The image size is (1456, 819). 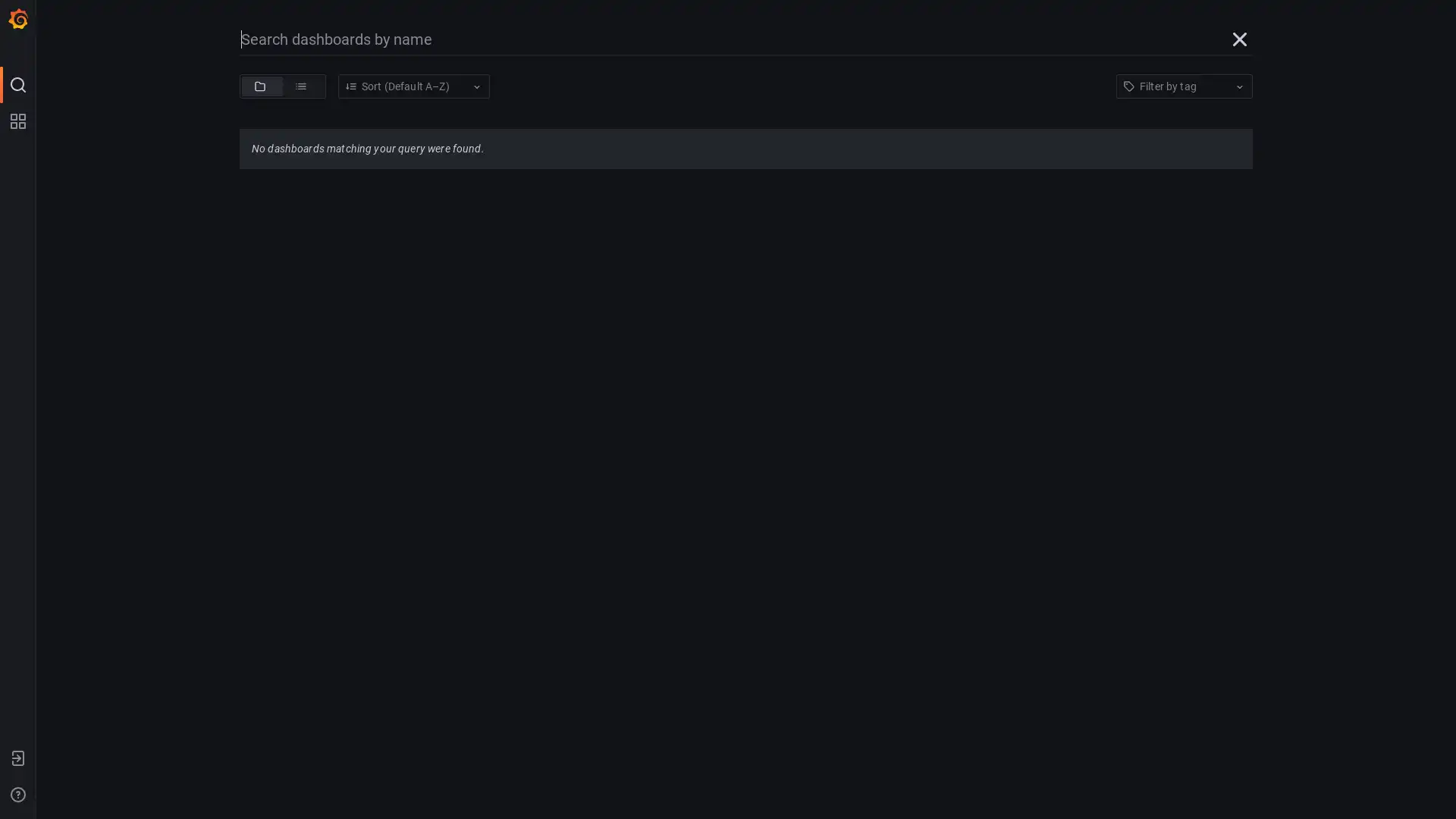 What do you see at coordinates (1429, 24) in the screenshot?
I see `Cycle view mode` at bounding box center [1429, 24].